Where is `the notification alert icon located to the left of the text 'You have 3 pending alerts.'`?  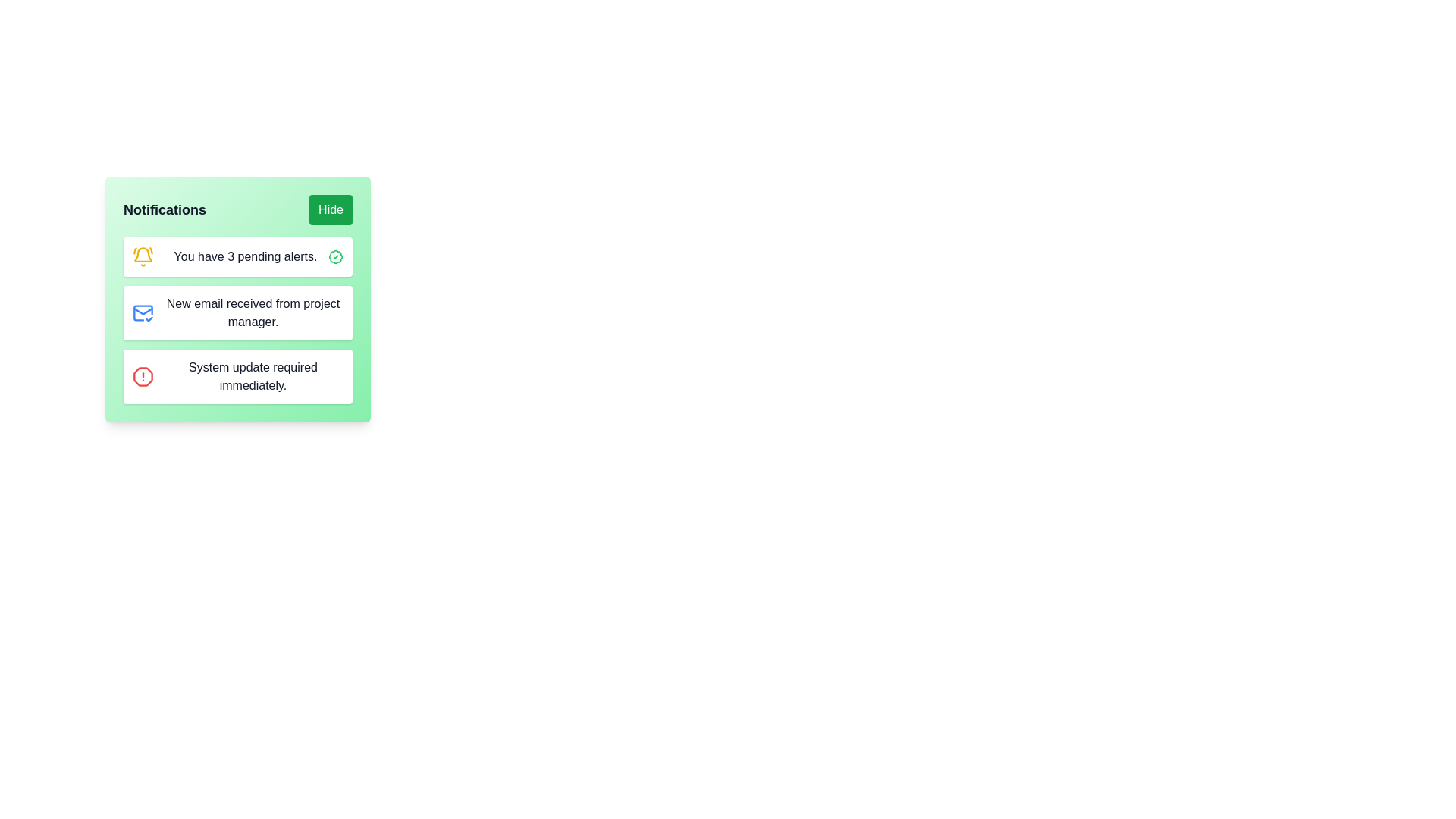 the notification alert icon located to the left of the text 'You have 3 pending alerts.' is located at coordinates (143, 254).